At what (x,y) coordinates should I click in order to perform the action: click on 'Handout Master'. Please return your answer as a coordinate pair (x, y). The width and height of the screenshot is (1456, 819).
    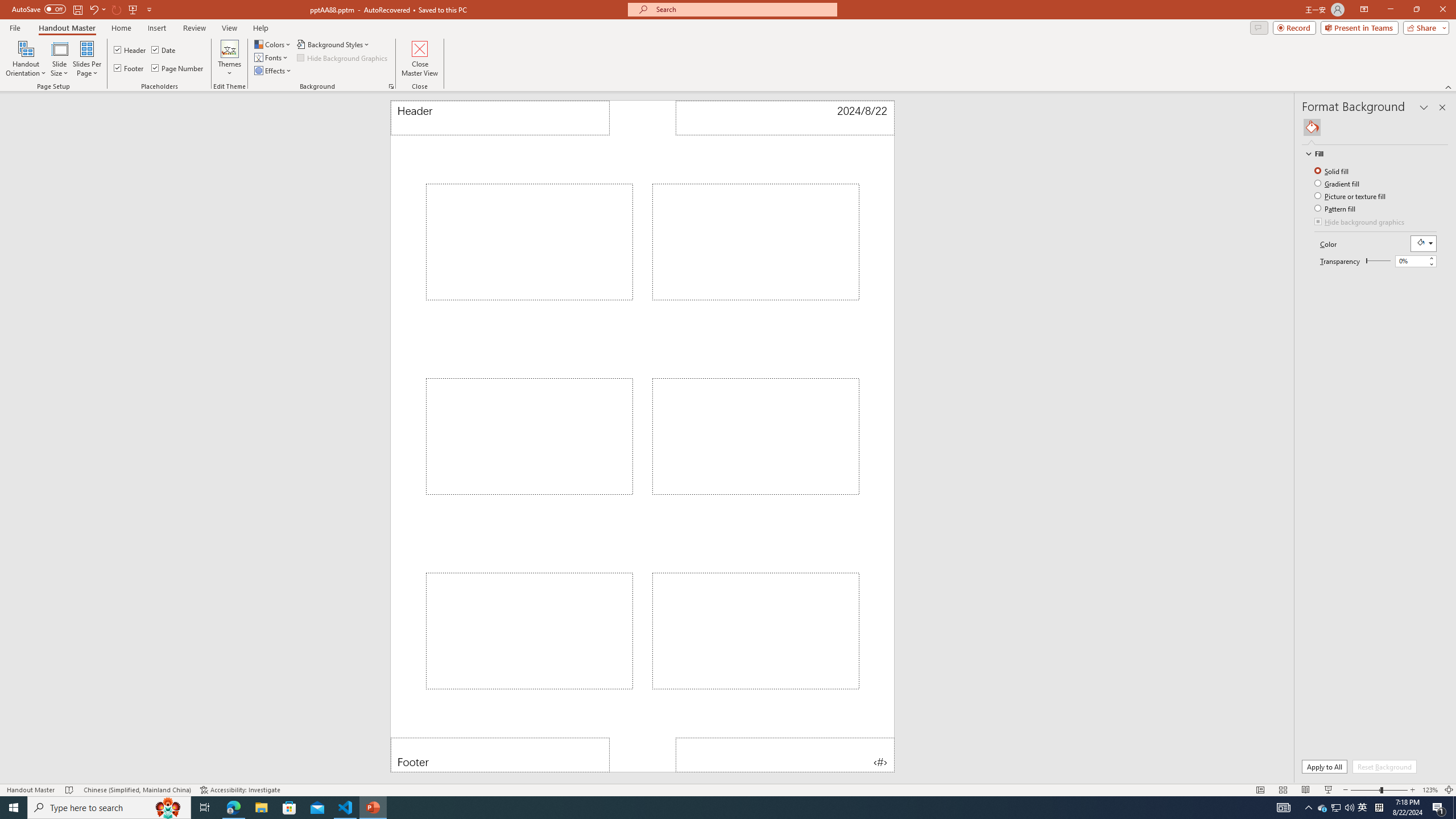
    Looking at the image, I should click on (67, 28).